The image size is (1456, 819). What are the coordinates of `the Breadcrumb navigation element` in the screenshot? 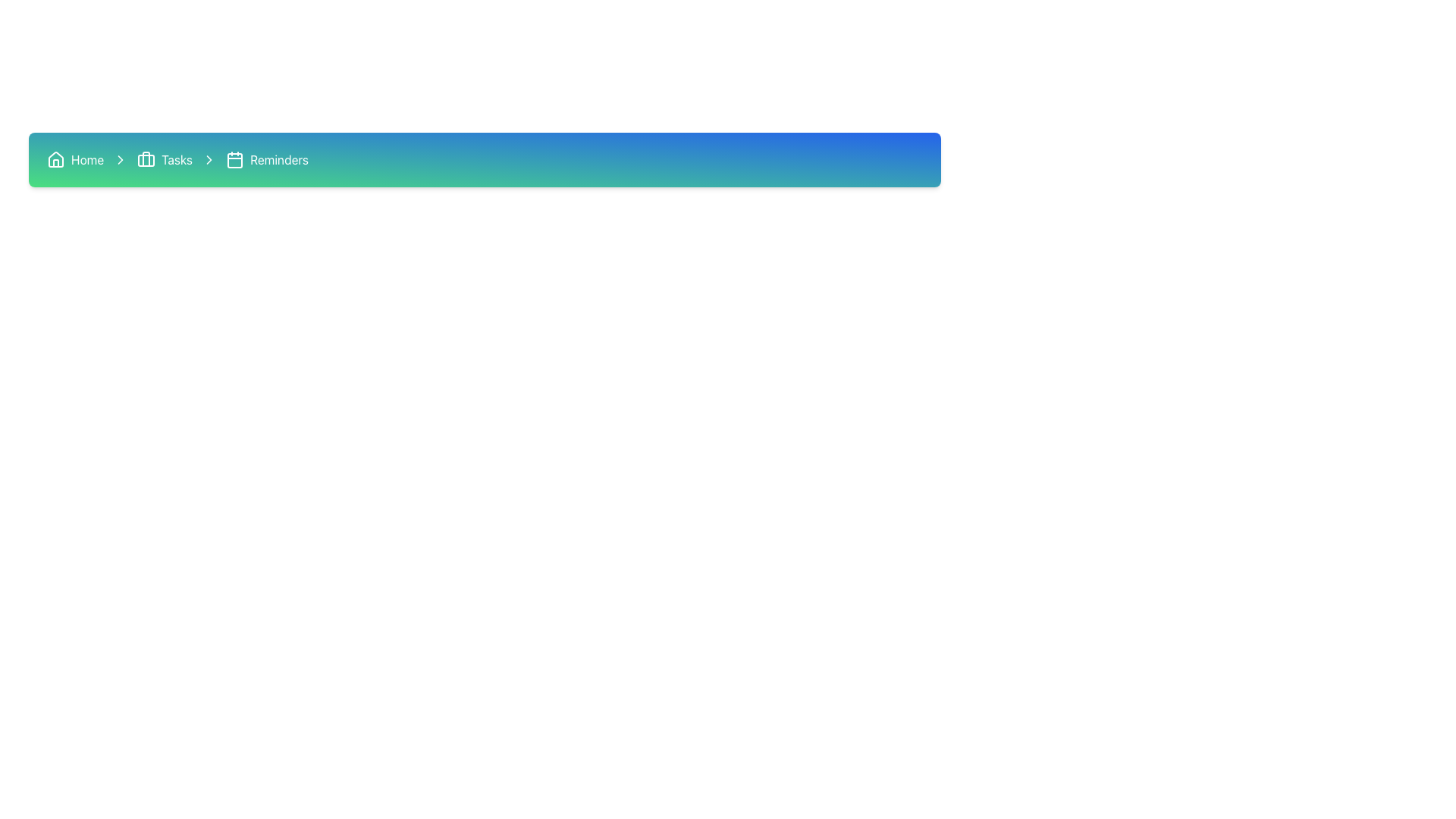 It's located at (484, 160).